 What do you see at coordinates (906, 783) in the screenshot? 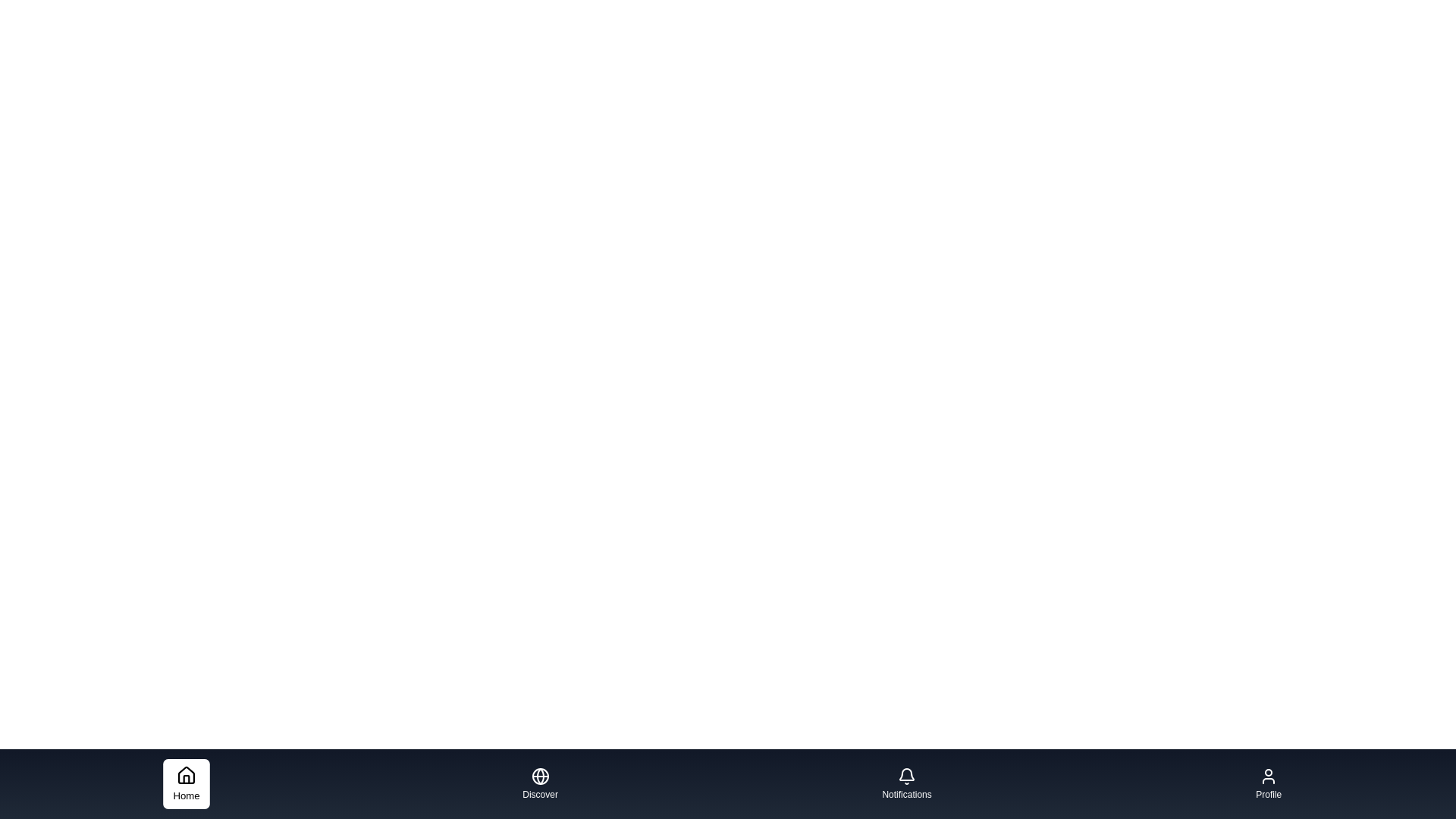
I see `the Notifications tab to activate it and observe the visual change` at bounding box center [906, 783].